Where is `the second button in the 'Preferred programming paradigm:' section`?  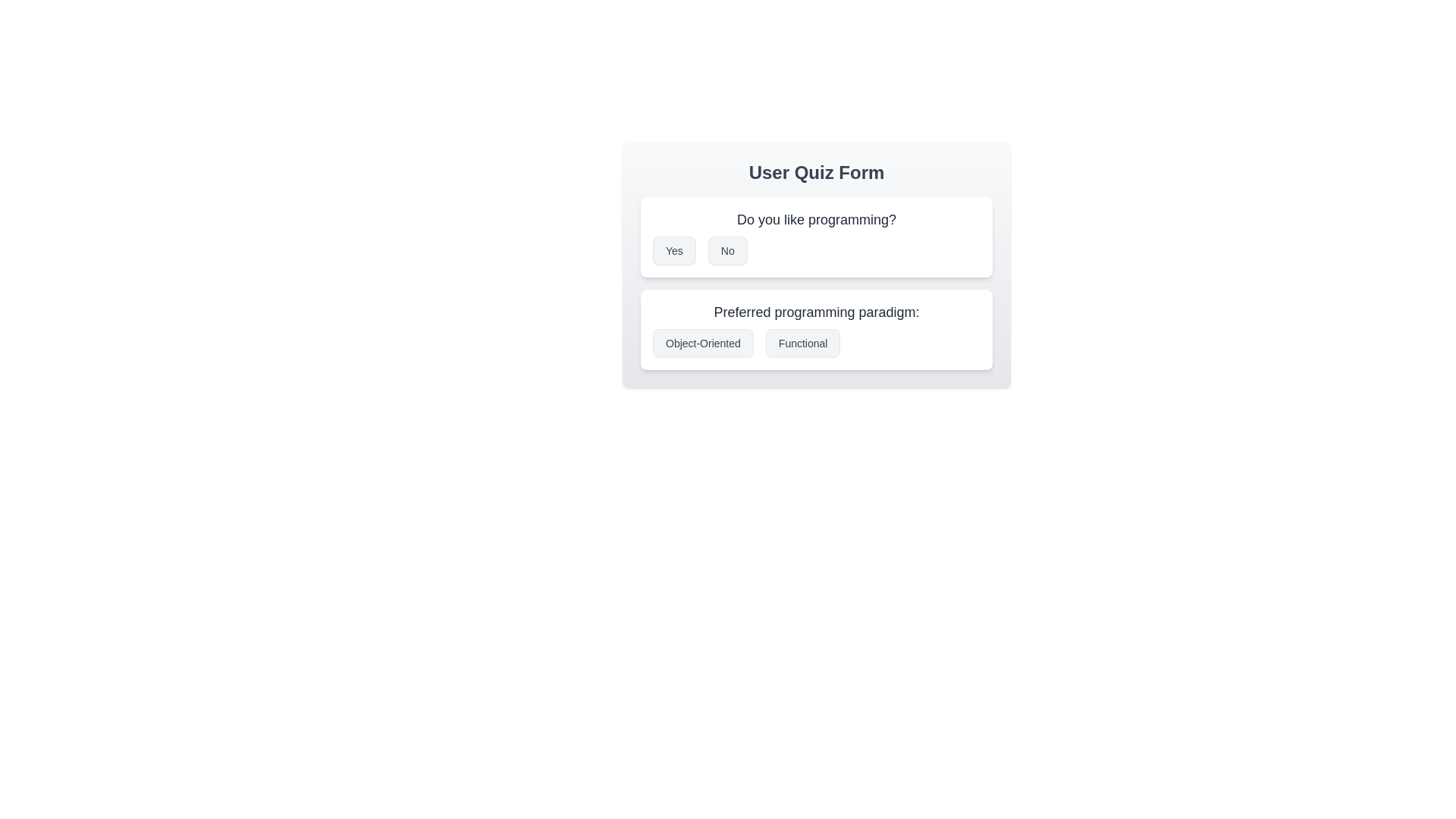 the second button in the 'Preferred programming paradigm:' section is located at coordinates (802, 343).